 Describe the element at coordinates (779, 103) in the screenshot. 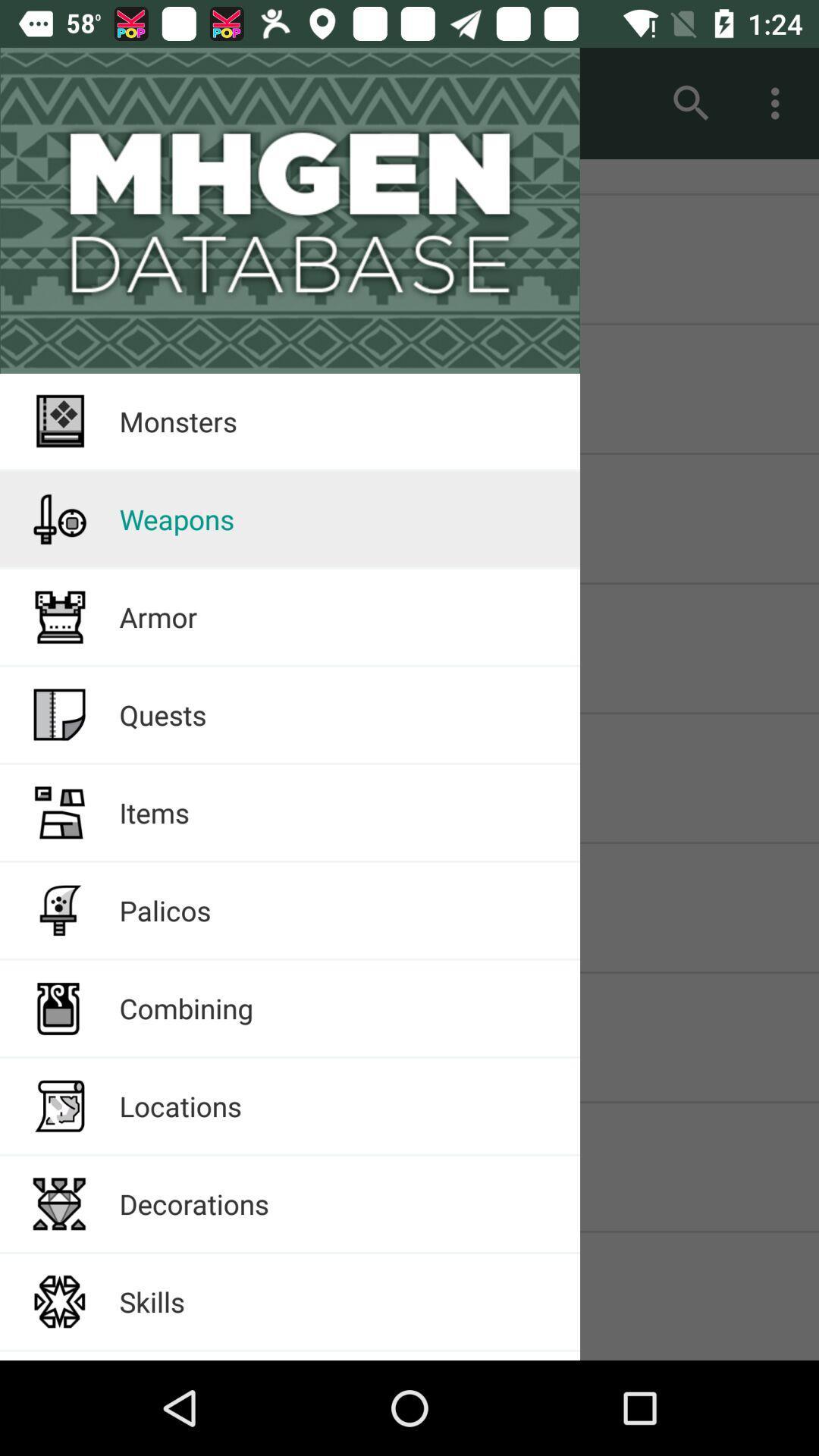

I see `the icon which  is at top right` at that location.